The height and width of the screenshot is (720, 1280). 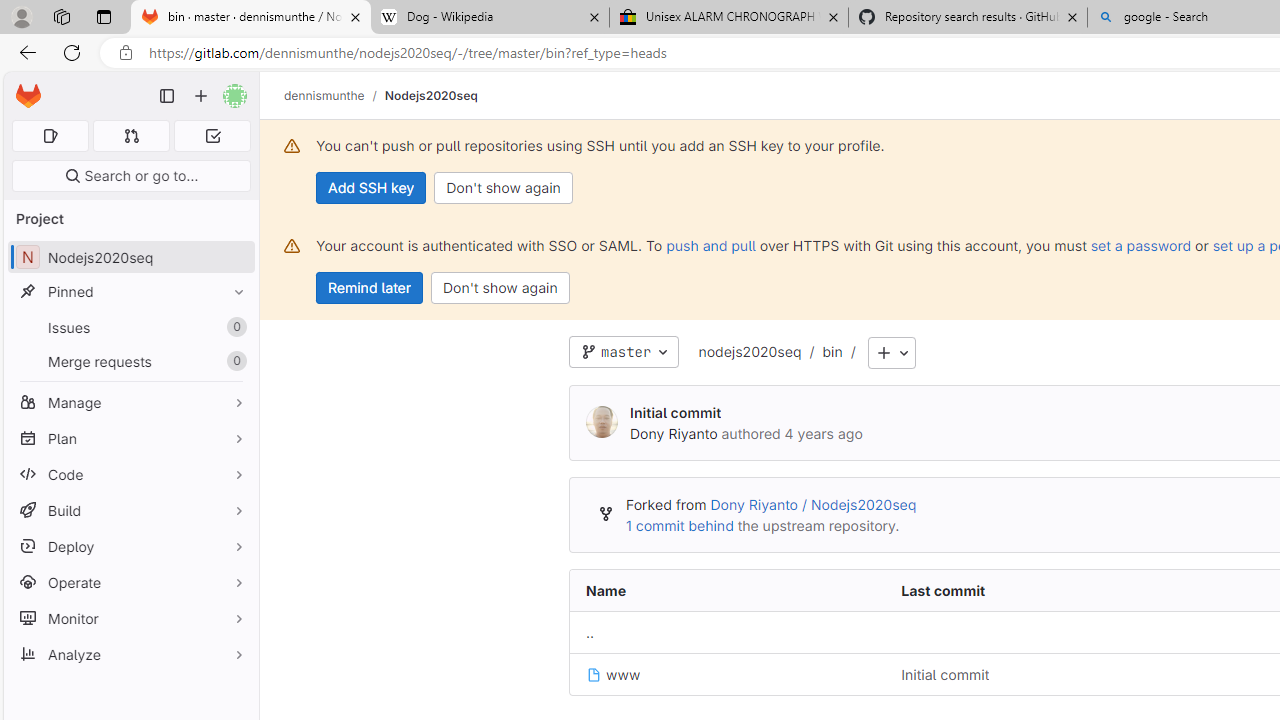 What do you see at coordinates (130, 291) in the screenshot?
I see `'Pinned'` at bounding box center [130, 291].